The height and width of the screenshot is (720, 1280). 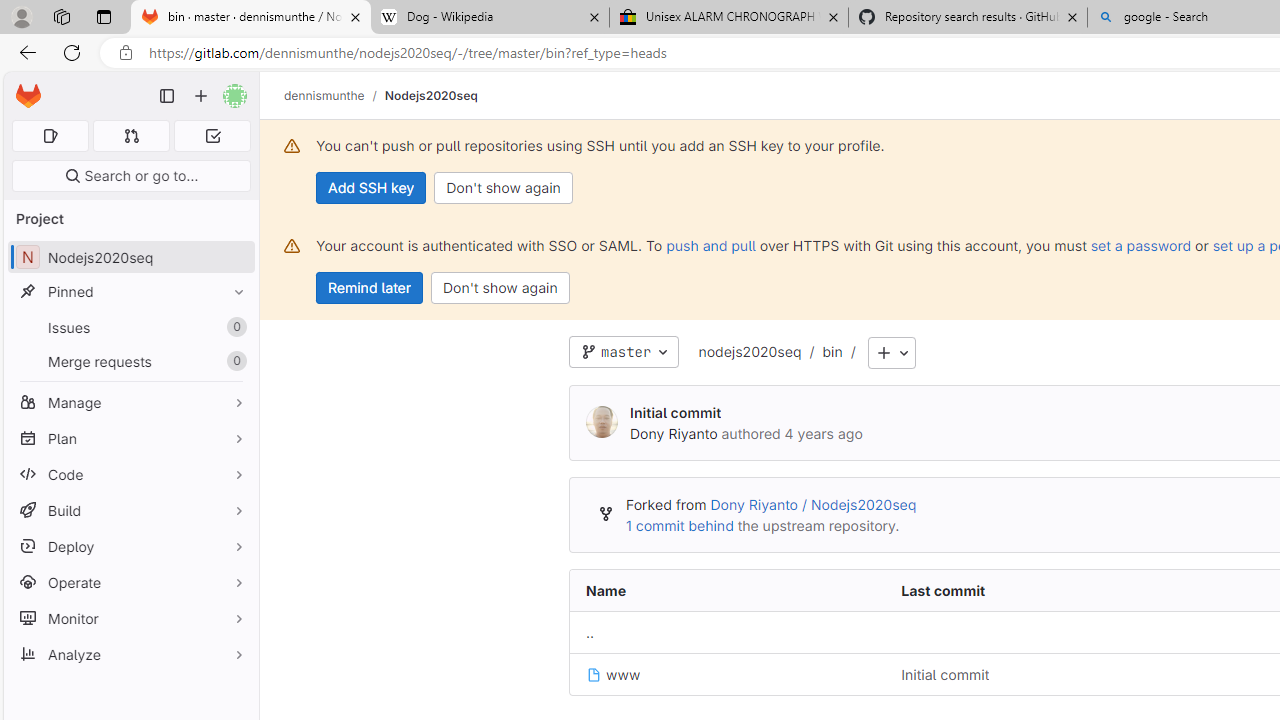 What do you see at coordinates (130, 291) in the screenshot?
I see `'Pinned'` at bounding box center [130, 291].